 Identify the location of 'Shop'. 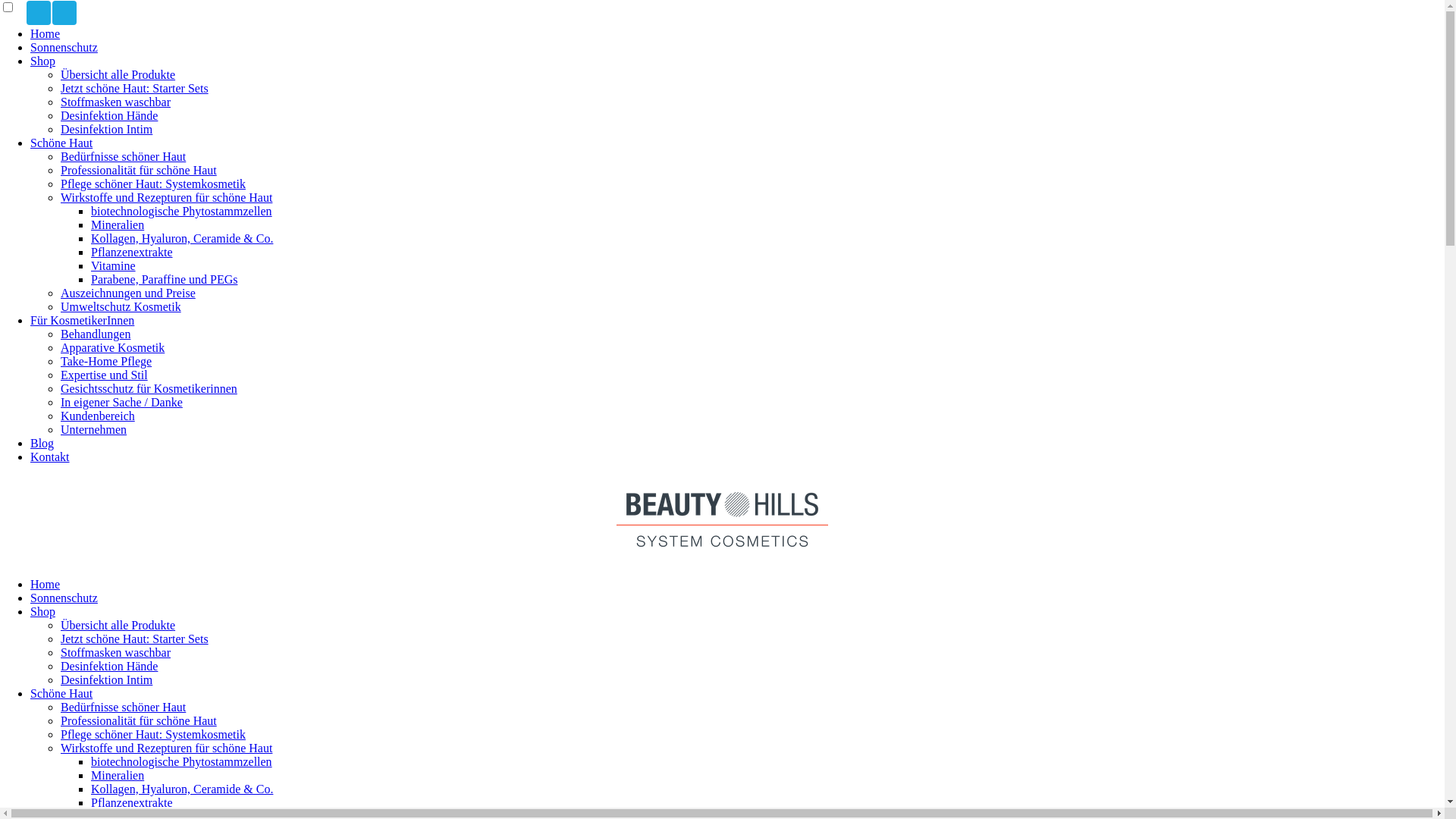
(42, 610).